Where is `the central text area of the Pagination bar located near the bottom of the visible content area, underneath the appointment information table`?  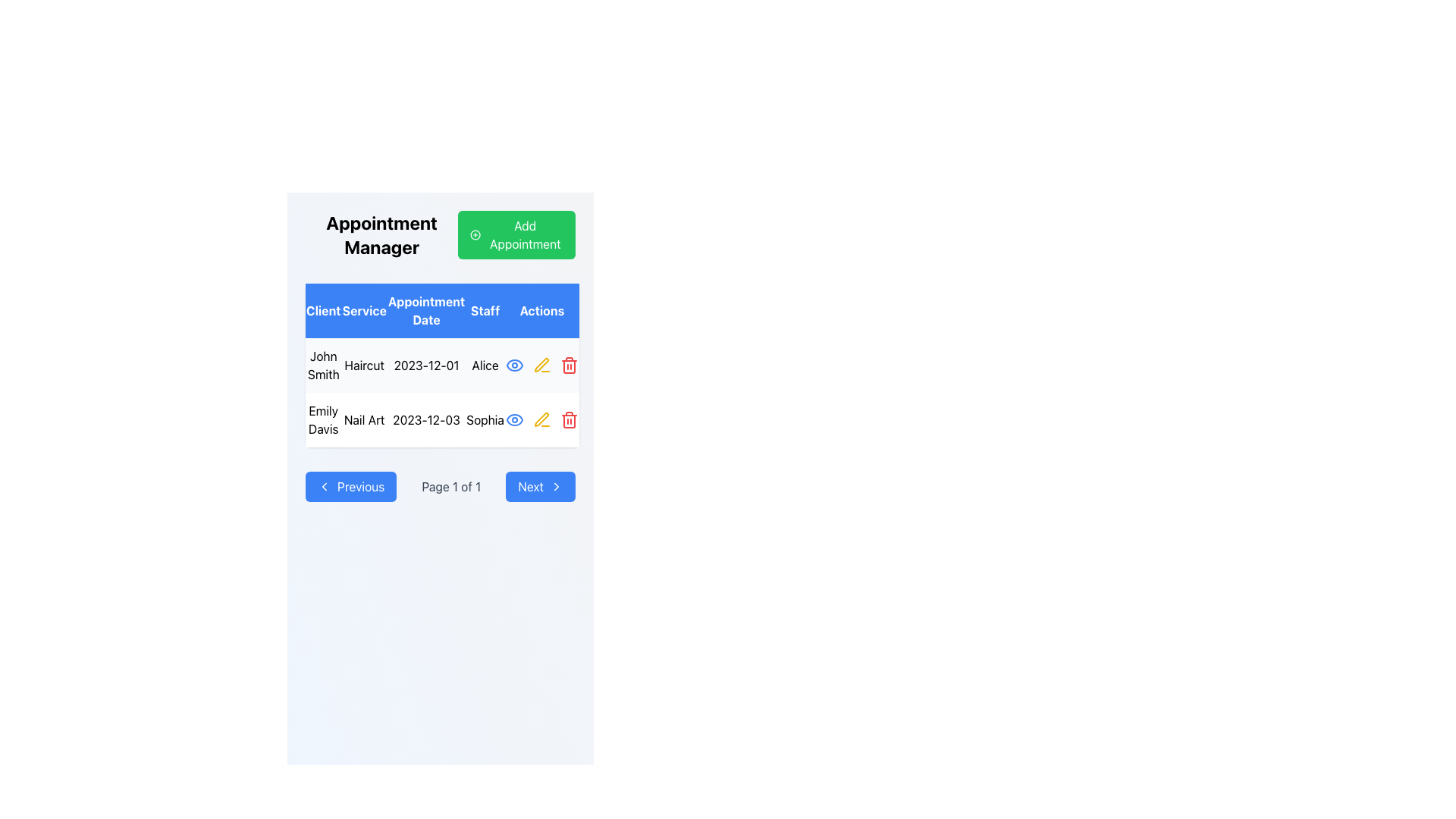 the central text area of the Pagination bar located near the bottom of the visible content area, underneath the appointment information table is located at coordinates (439, 486).